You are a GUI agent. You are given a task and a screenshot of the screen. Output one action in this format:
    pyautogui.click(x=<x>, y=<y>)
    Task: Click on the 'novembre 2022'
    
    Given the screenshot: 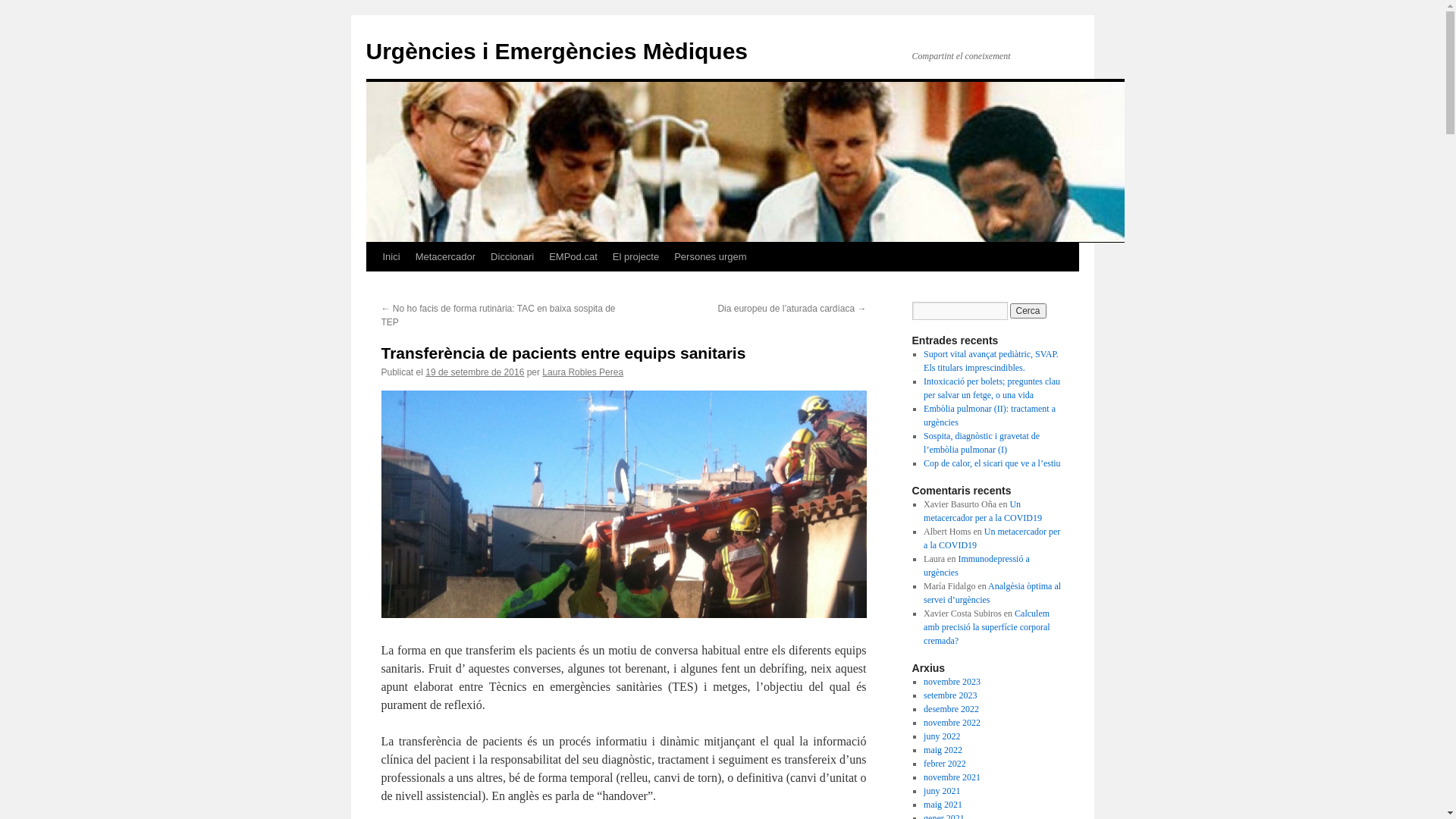 What is the action you would take?
    pyautogui.click(x=951, y=721)
    